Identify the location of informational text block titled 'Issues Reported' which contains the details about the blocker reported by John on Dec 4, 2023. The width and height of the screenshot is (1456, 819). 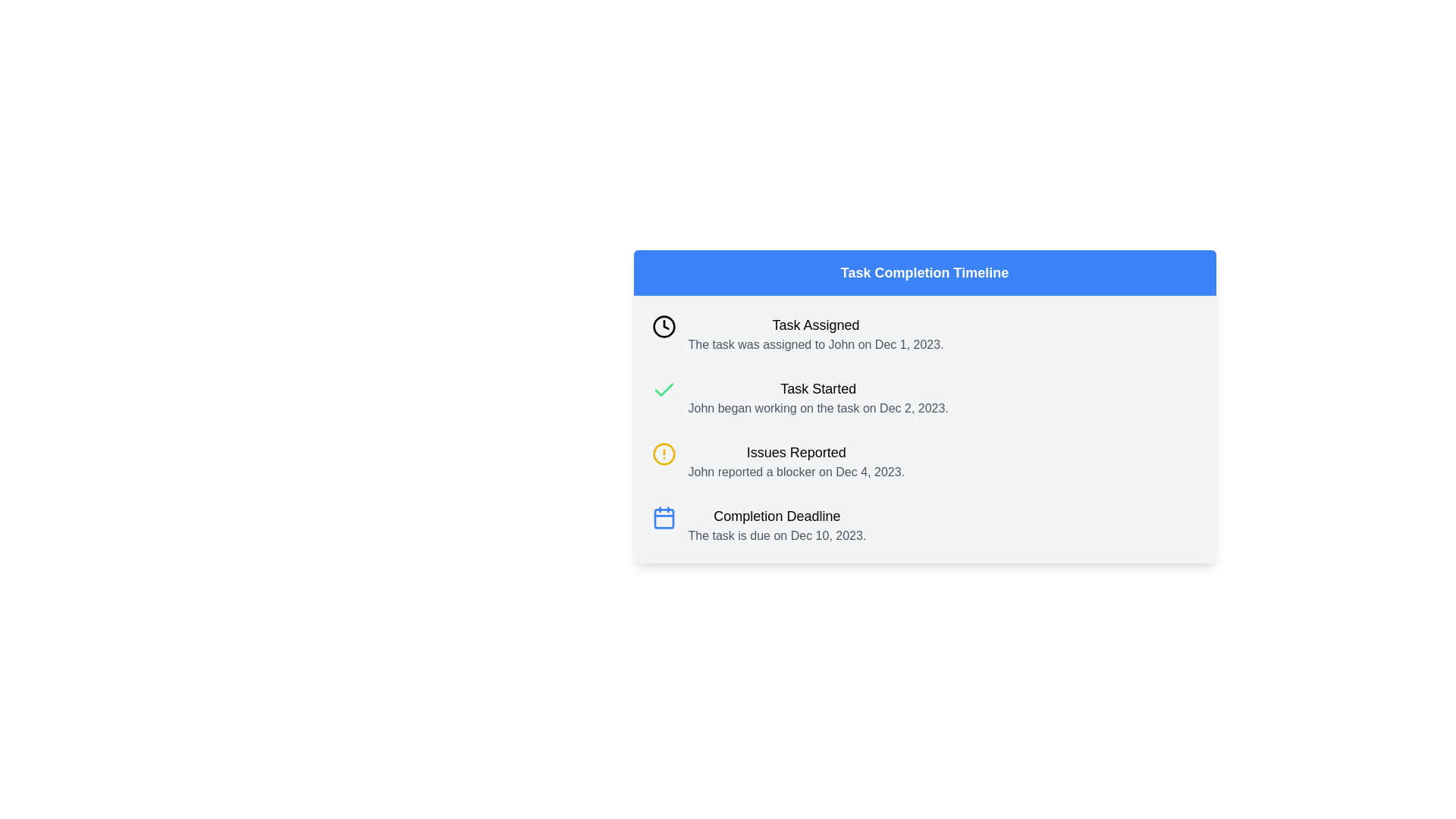
(795, 461).